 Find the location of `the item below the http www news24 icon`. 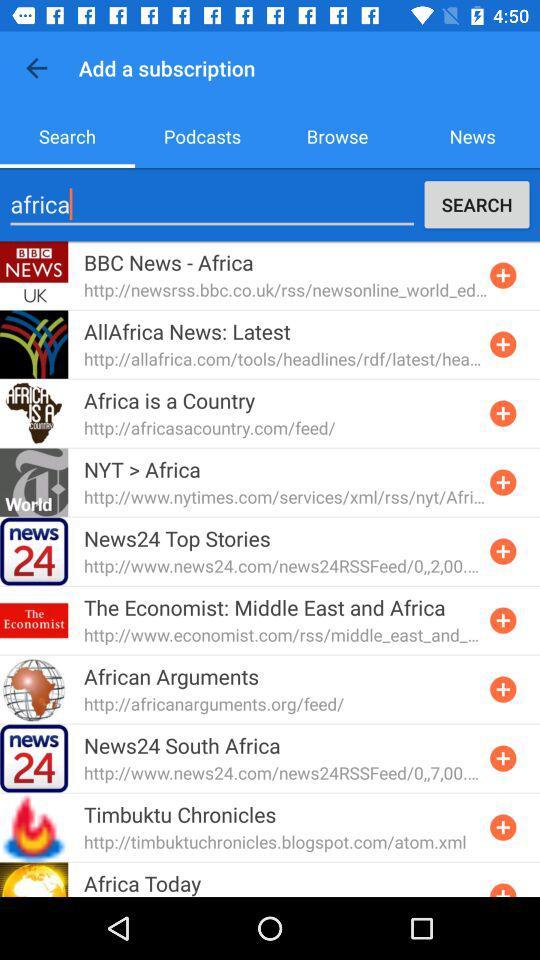

the item below the http www news24 icon is located at coordinates (264, 606).